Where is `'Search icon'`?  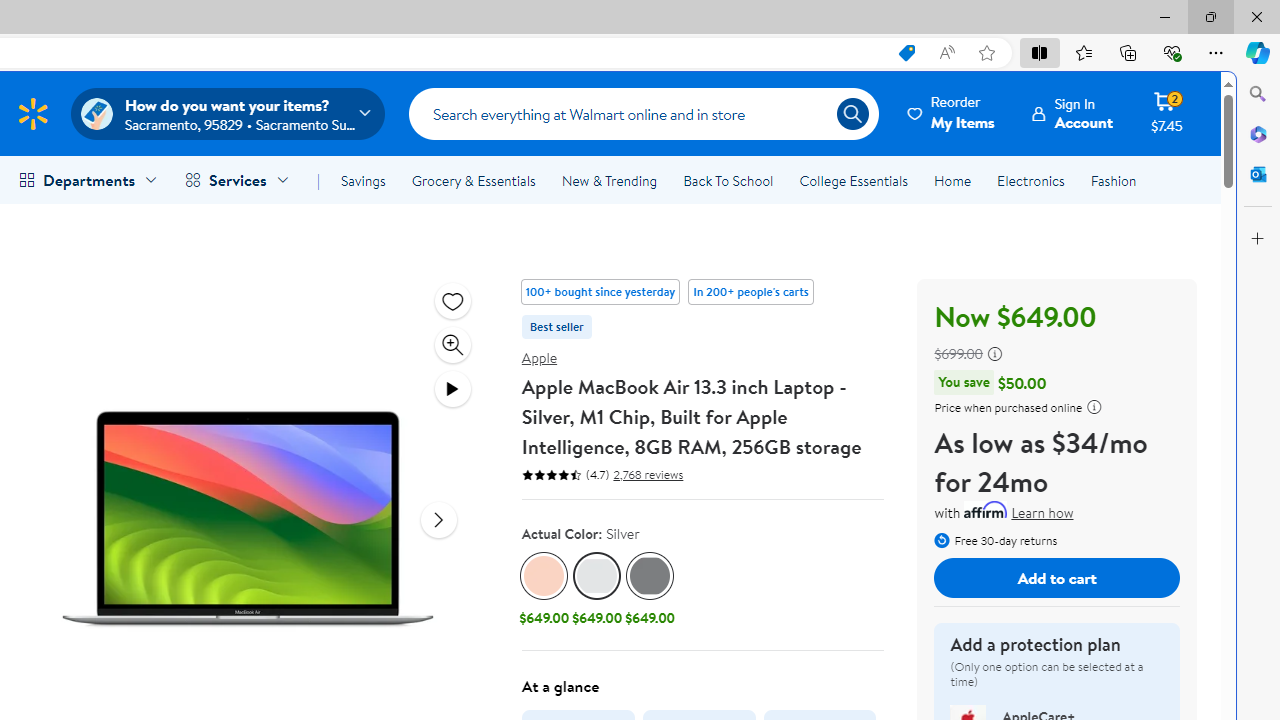 'Search icon' is located at coordinates (852, 114).